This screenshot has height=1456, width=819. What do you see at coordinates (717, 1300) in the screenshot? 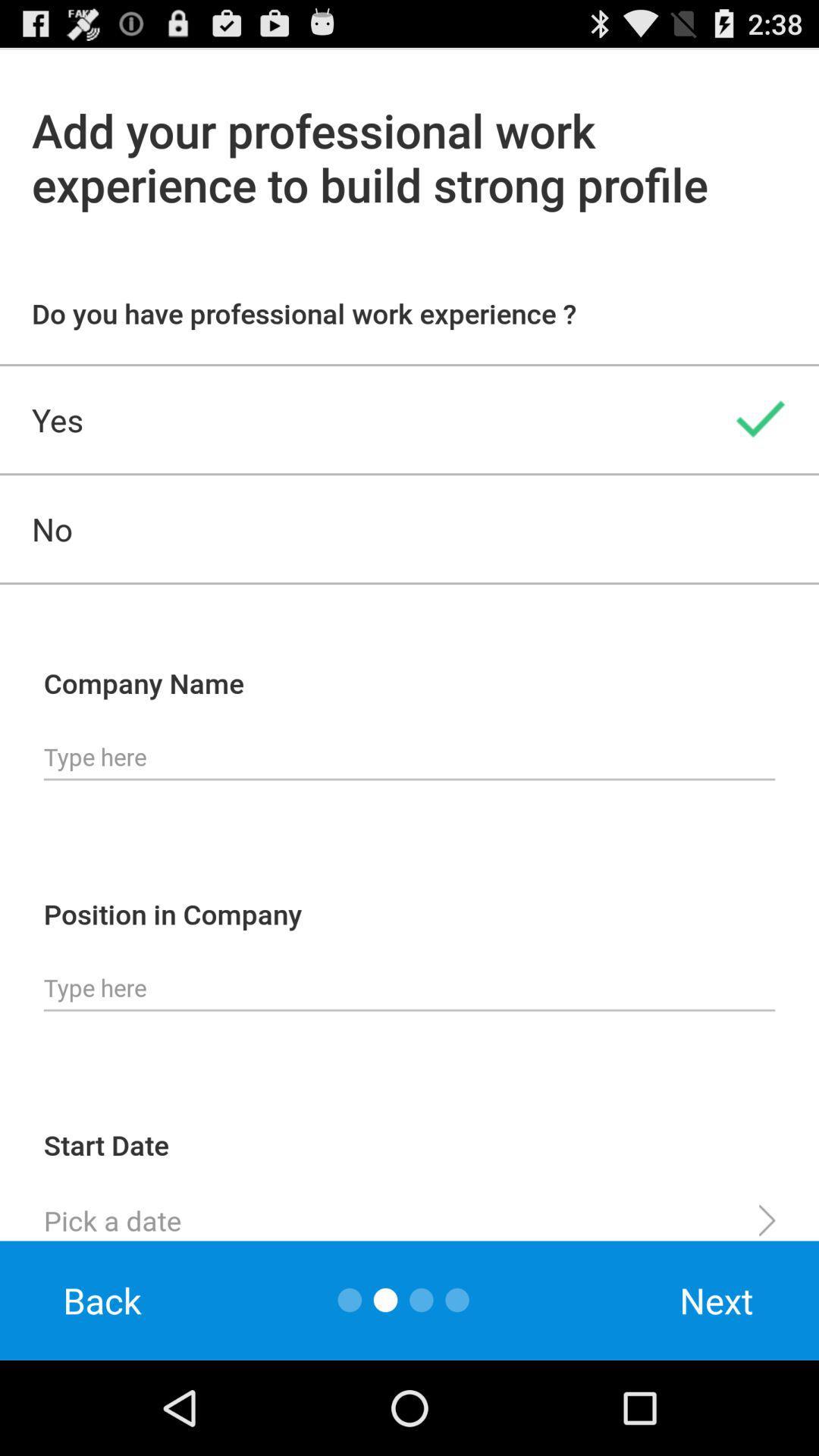
I see `next` at bounding box center [717, 1300].